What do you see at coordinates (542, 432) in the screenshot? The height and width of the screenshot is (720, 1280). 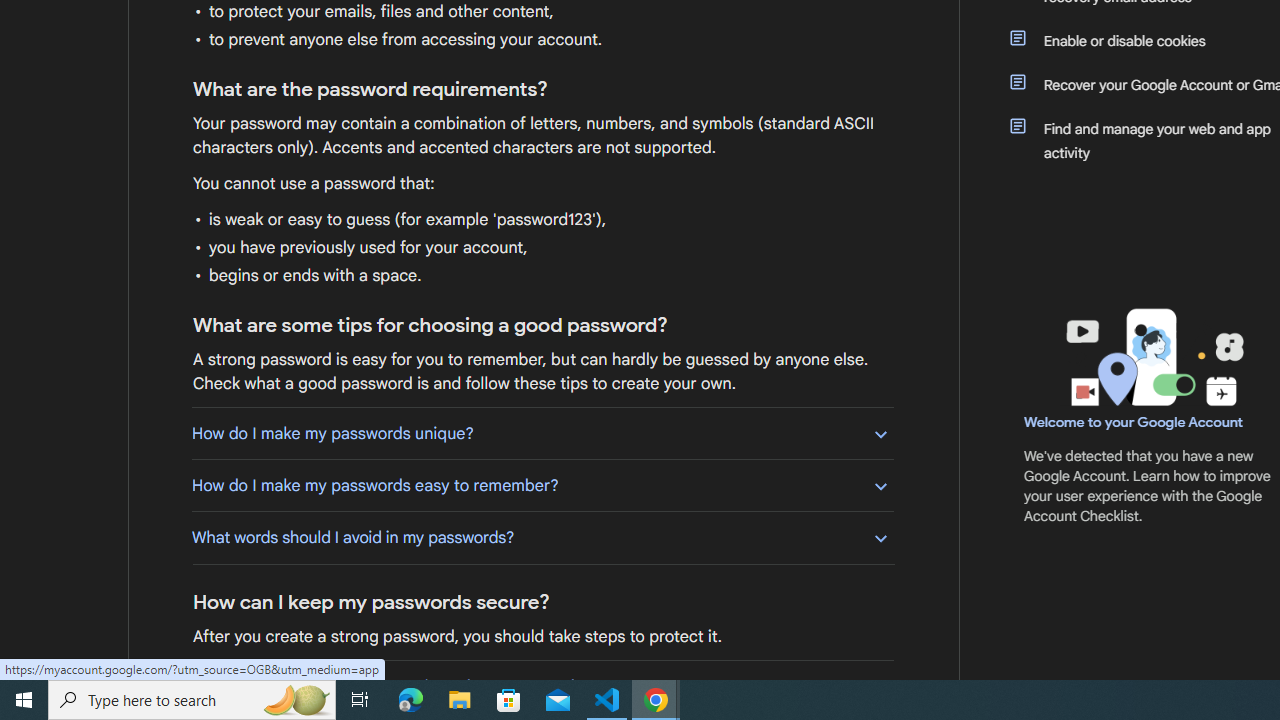 I see `'How do I make my passwords unique?'` at bounding box center [542, 432].